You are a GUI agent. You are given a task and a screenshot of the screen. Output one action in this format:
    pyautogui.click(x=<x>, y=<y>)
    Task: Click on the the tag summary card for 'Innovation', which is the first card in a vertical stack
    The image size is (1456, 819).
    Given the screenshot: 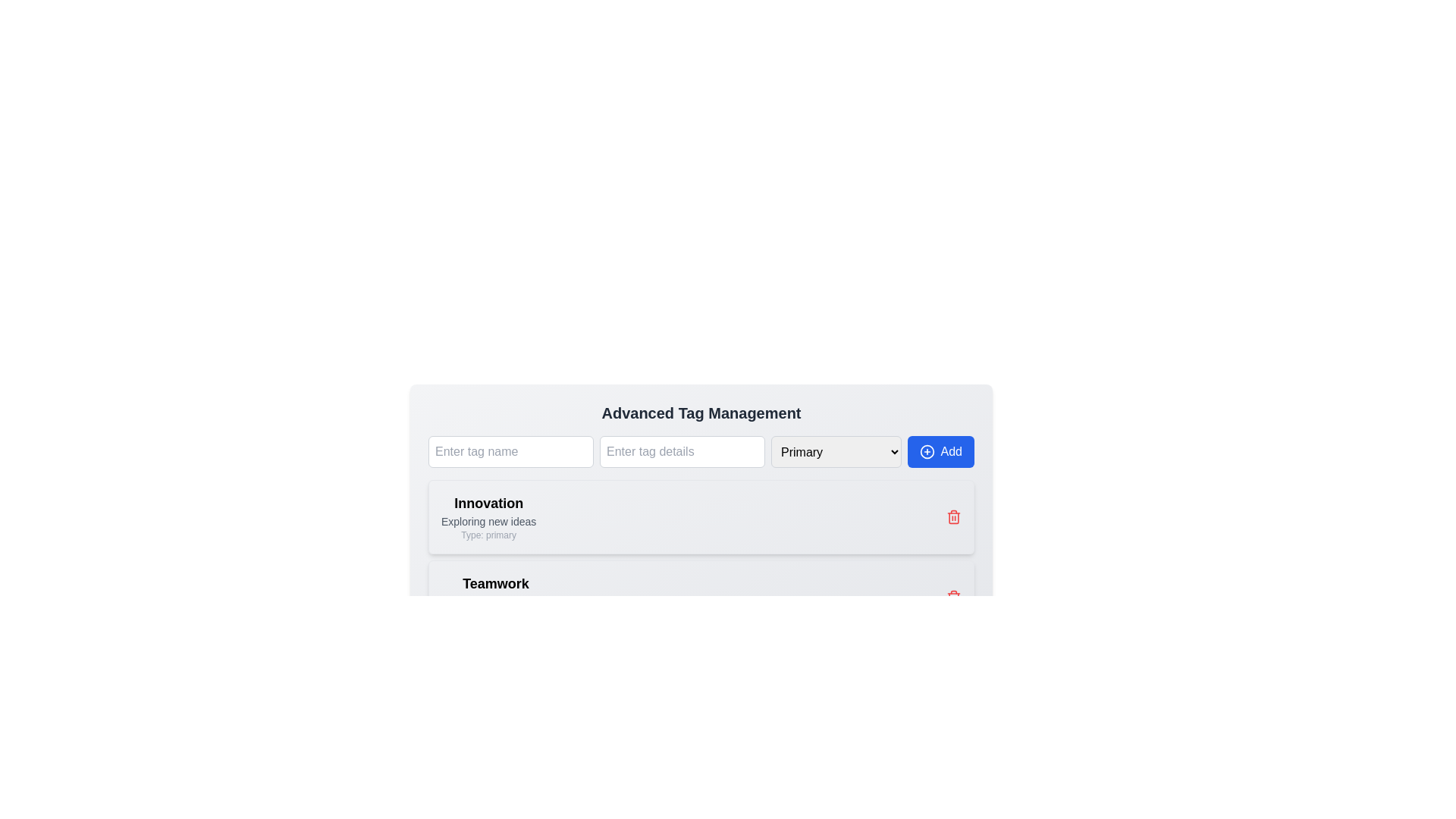 What is the action you would take?
    pyautogui.click(x=701, y=516)
    